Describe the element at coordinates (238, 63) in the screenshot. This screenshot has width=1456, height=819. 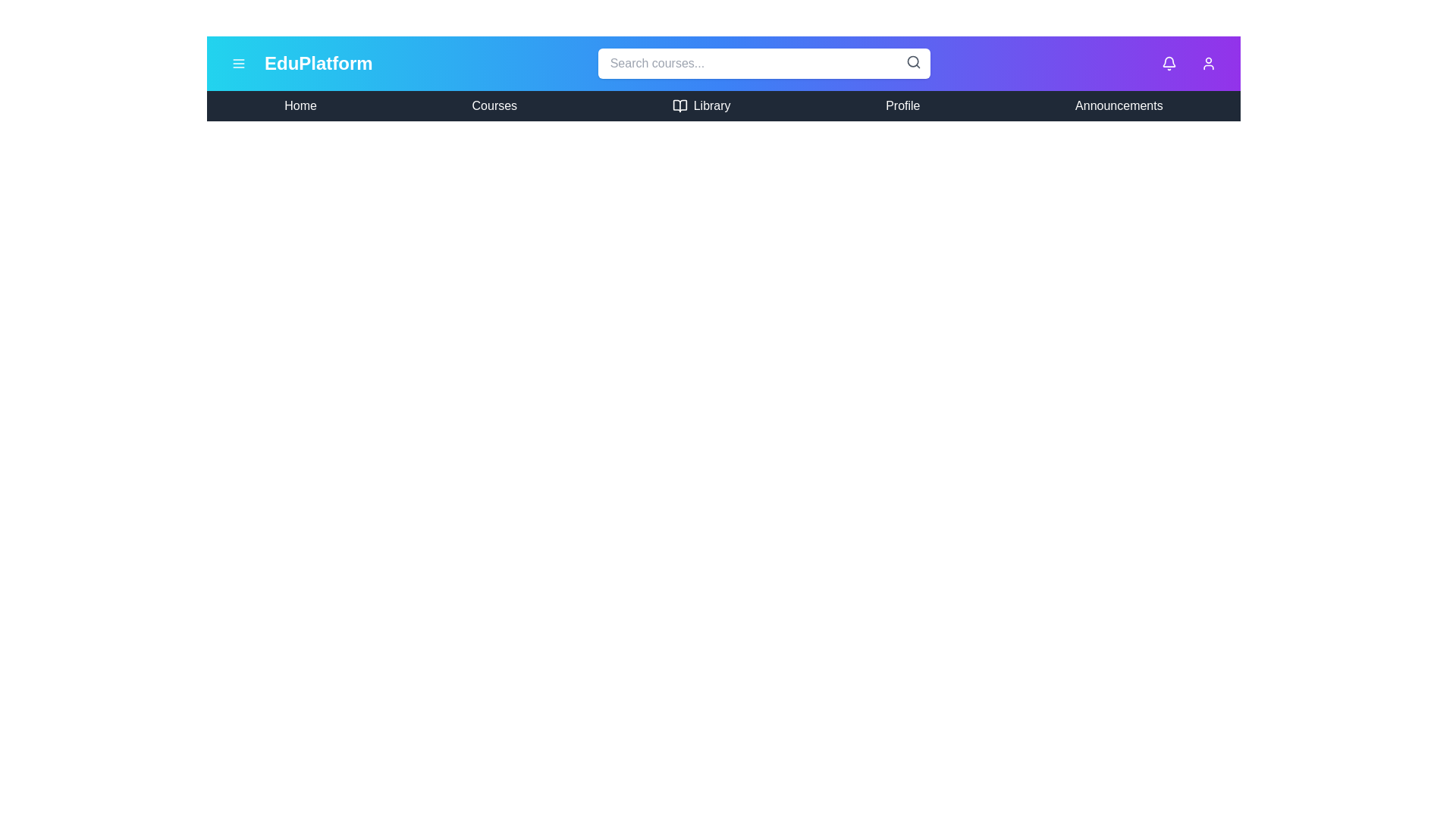
I see `menu button to toggle the side menu` at that location.